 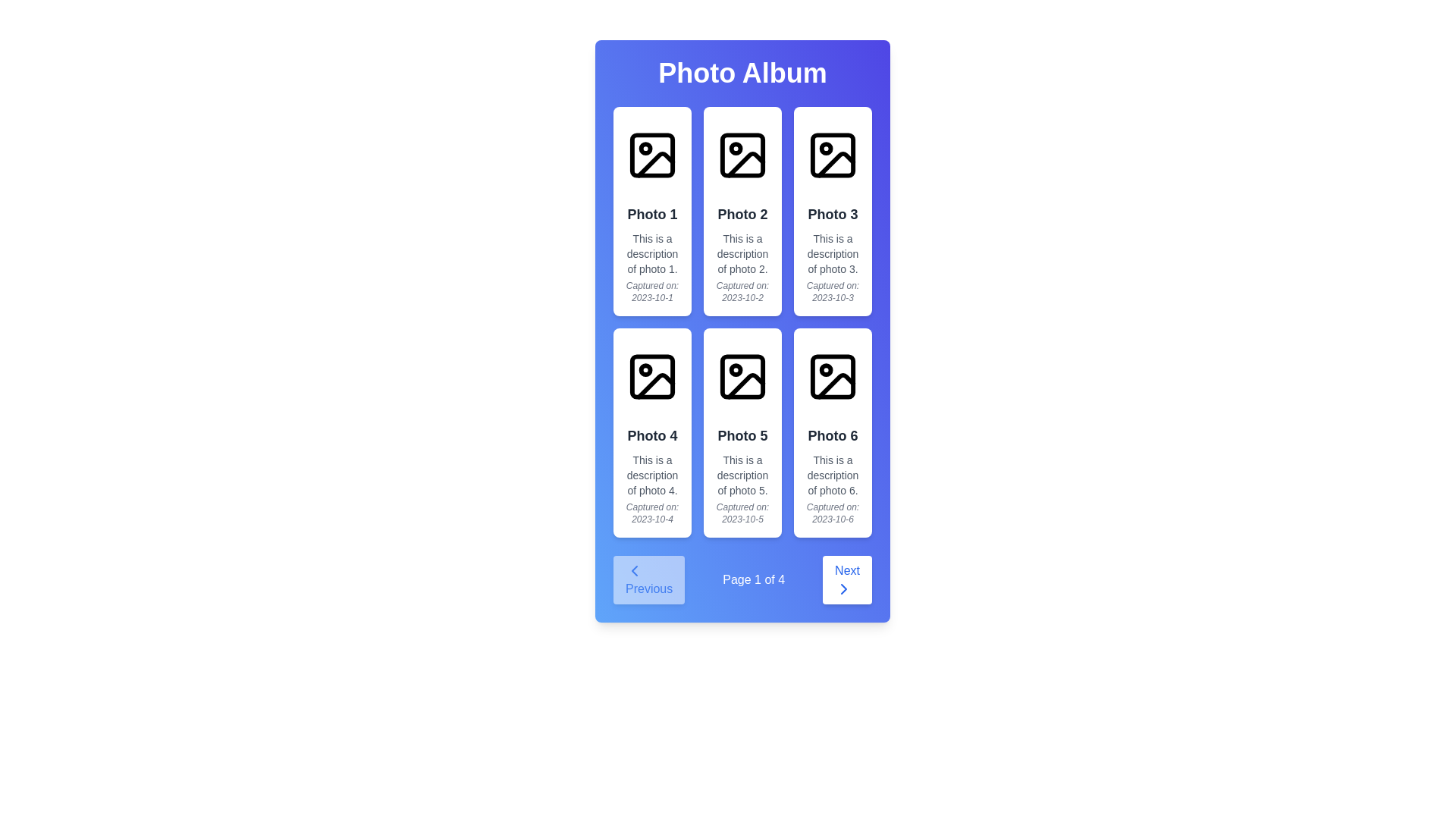 I want to click on the image placeholder icon located in the center of the tile titled 'Photo 5', so click(x=742, y=376).